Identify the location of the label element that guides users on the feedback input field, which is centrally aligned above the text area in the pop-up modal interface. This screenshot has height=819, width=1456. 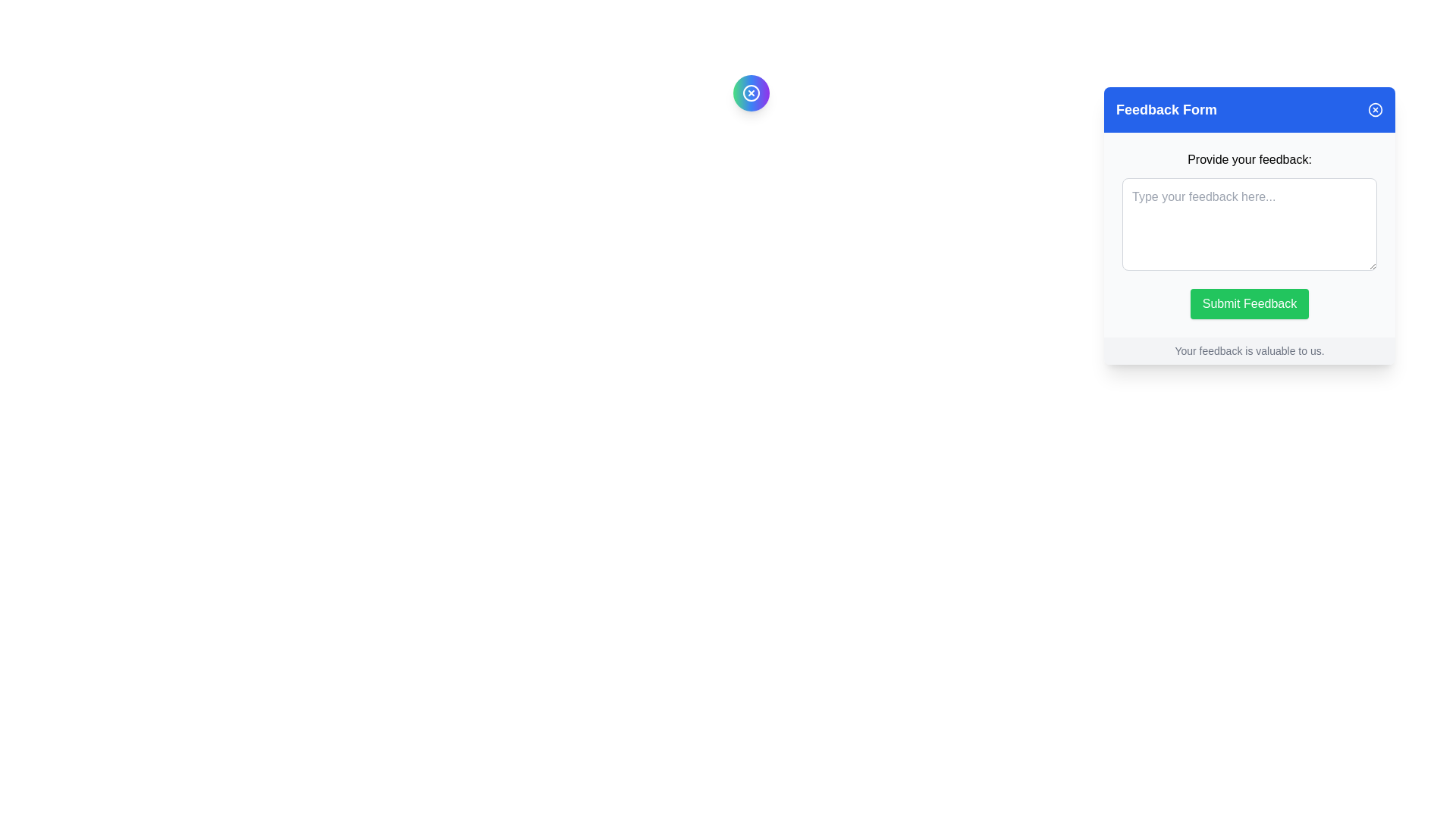
(1249, 160).